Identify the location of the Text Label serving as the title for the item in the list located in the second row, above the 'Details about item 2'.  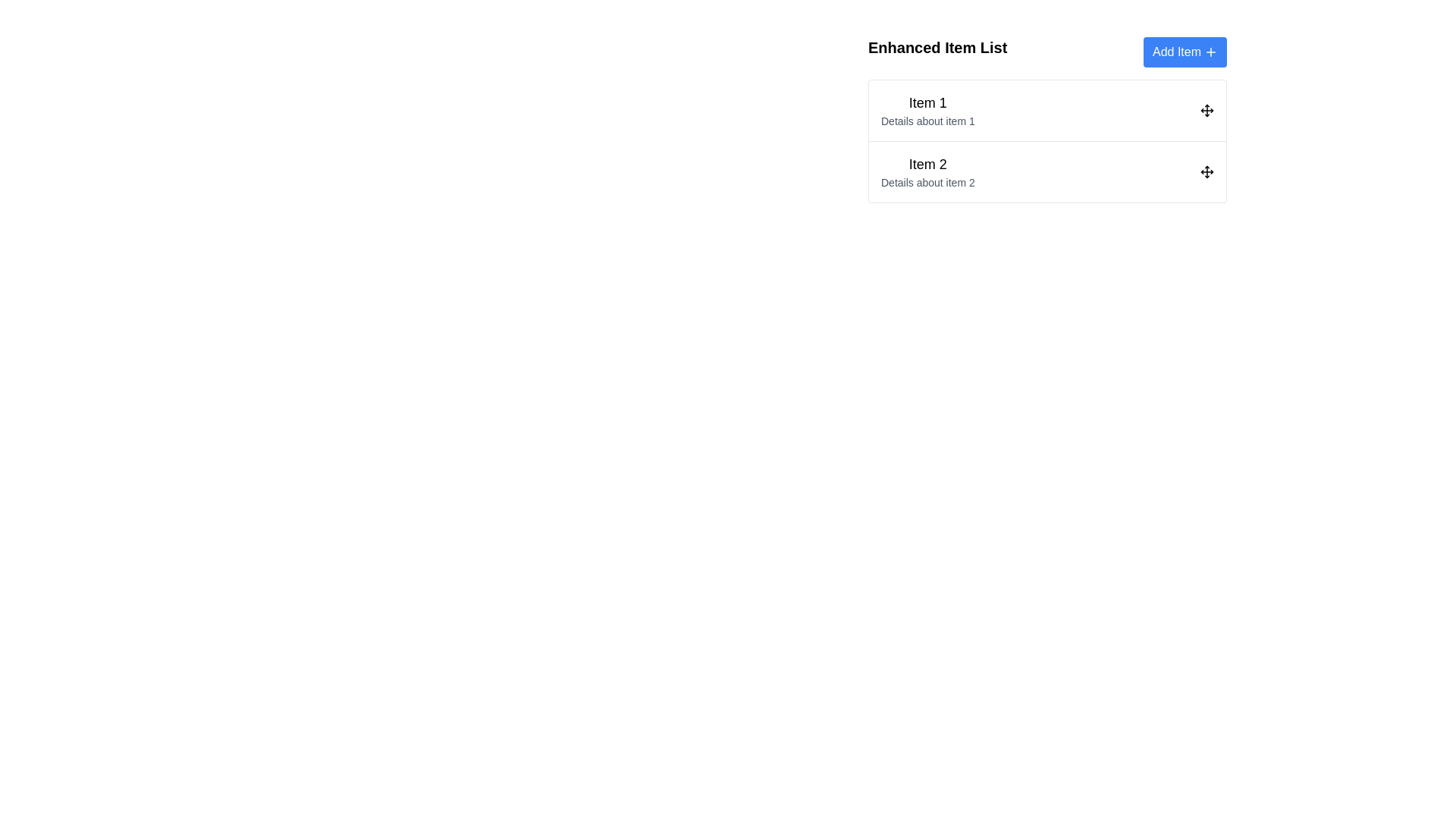
(927, 164).